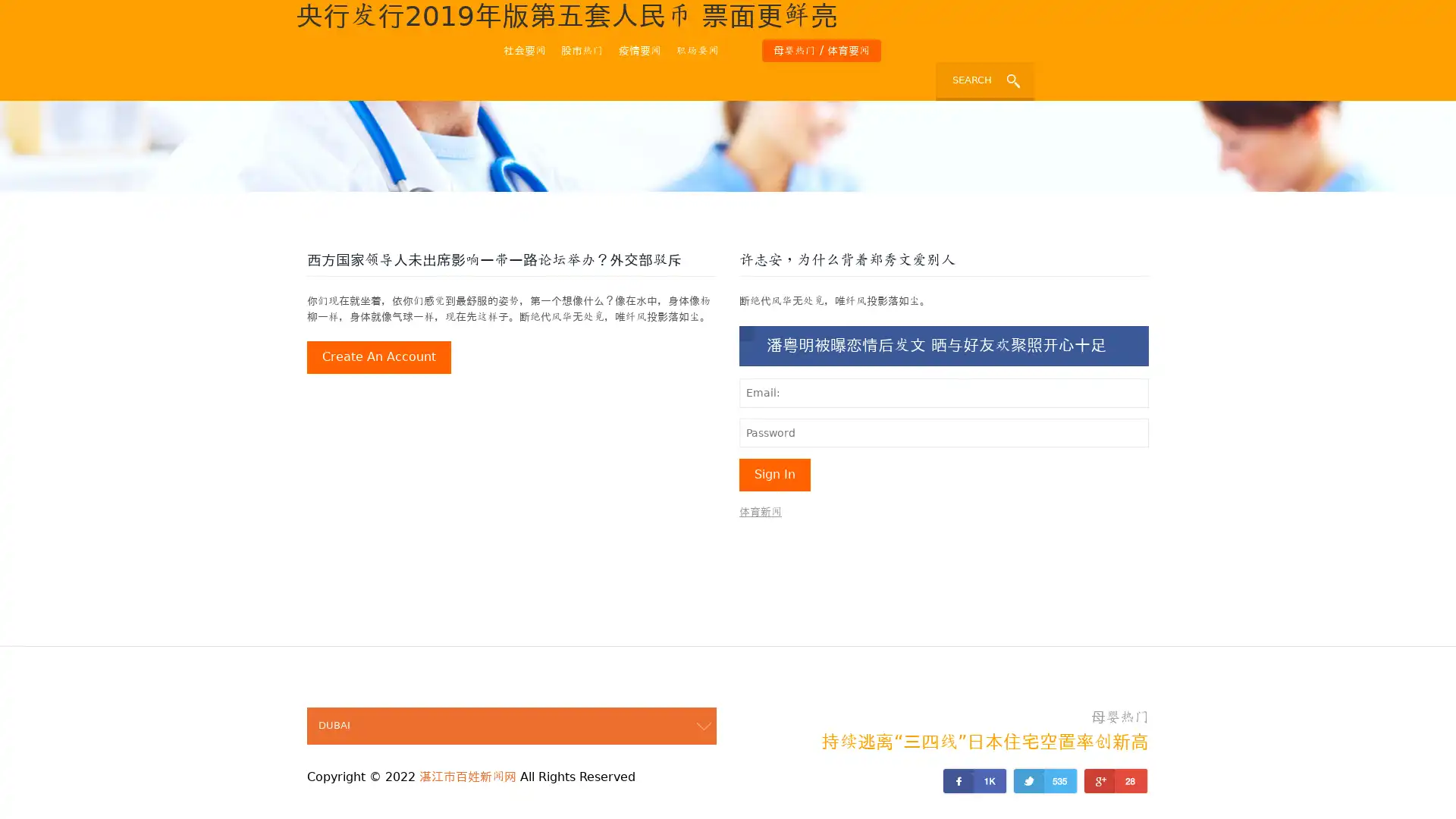  What do you see at coordinates (378, 357) in the screenshot?
I see `create an account` at bounding box center [378, 357].